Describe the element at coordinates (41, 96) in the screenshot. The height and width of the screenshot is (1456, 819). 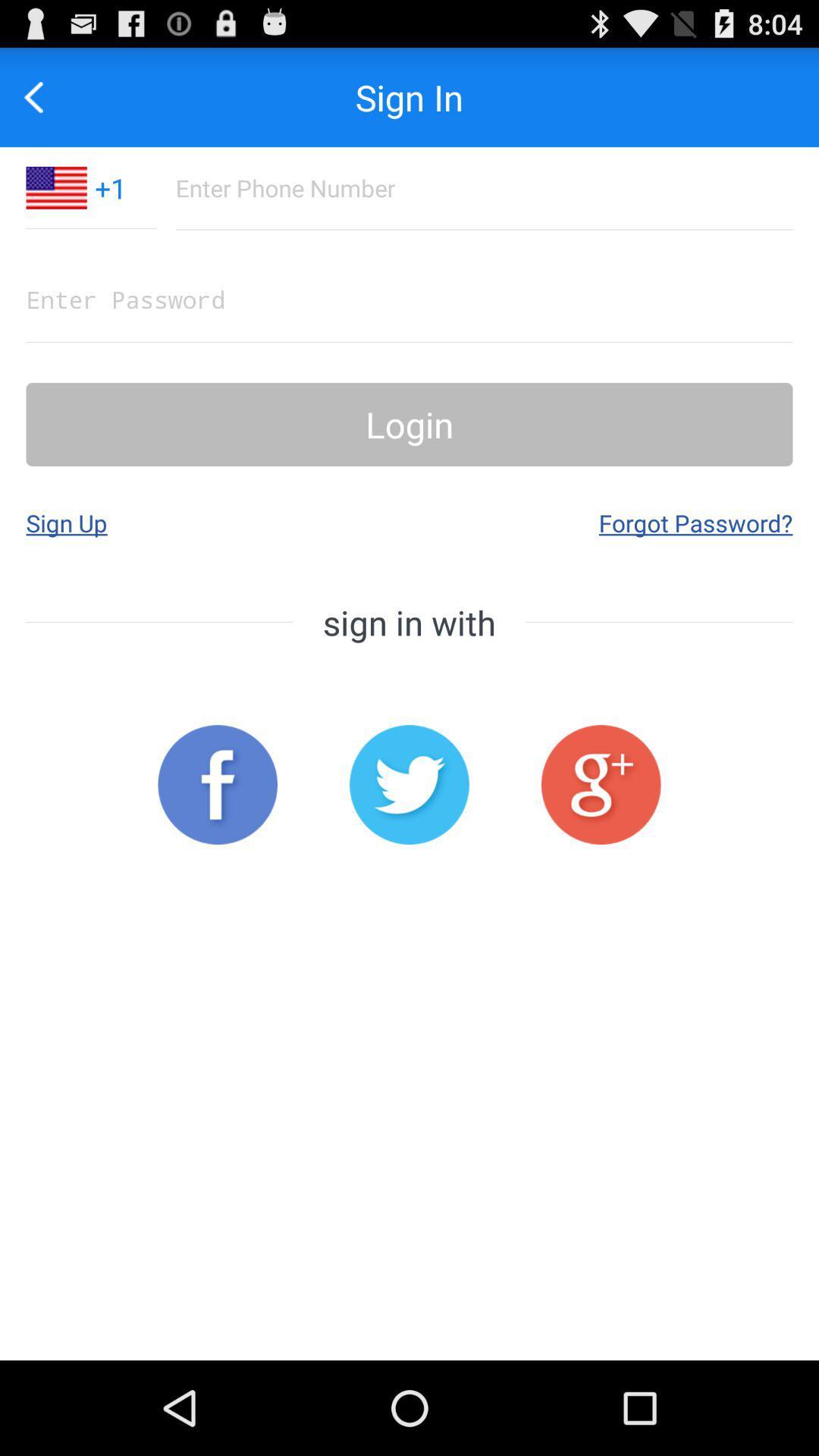
I see `go back` at that location.